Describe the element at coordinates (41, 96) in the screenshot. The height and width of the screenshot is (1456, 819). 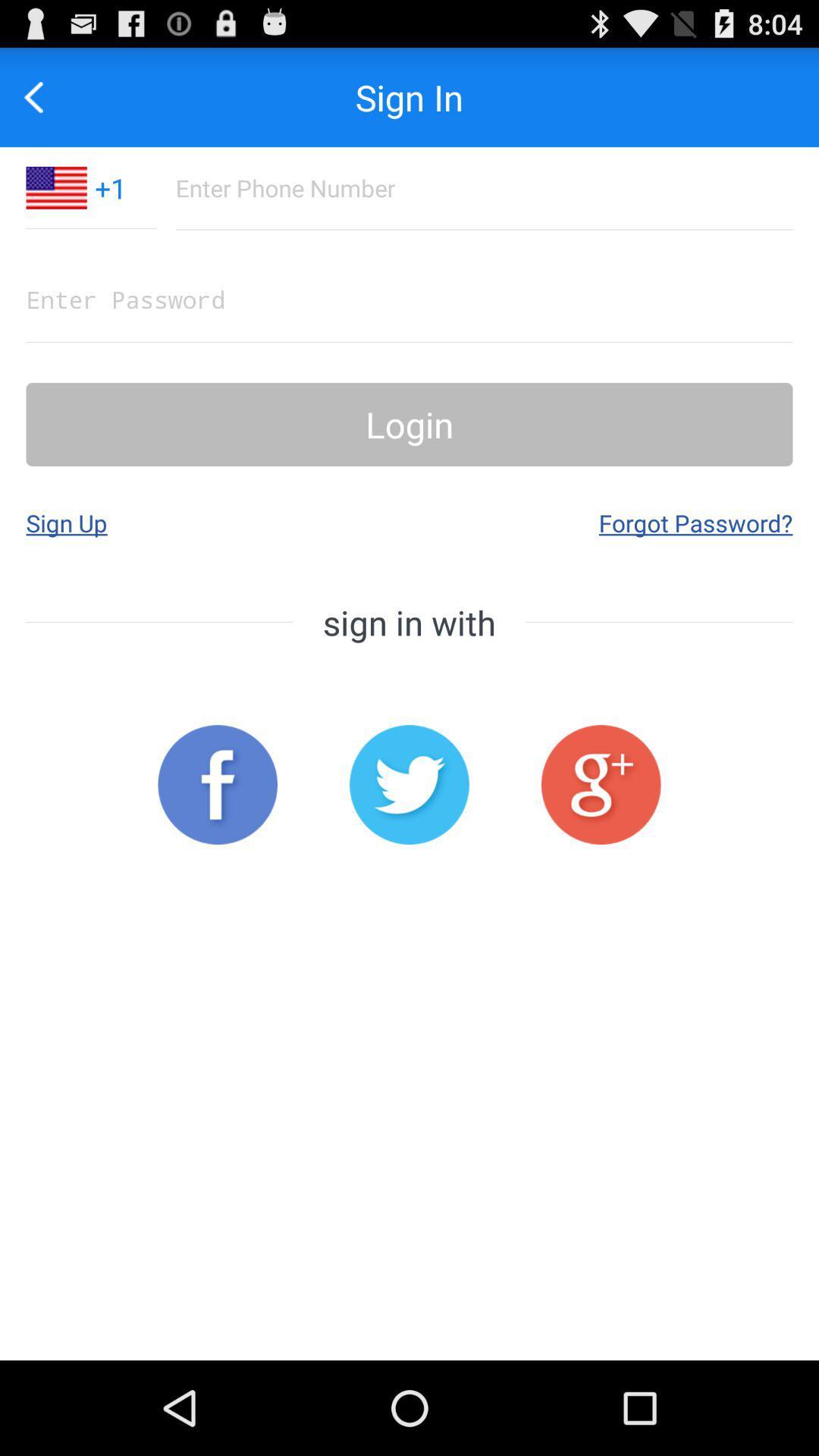
I see `go back` at that location.